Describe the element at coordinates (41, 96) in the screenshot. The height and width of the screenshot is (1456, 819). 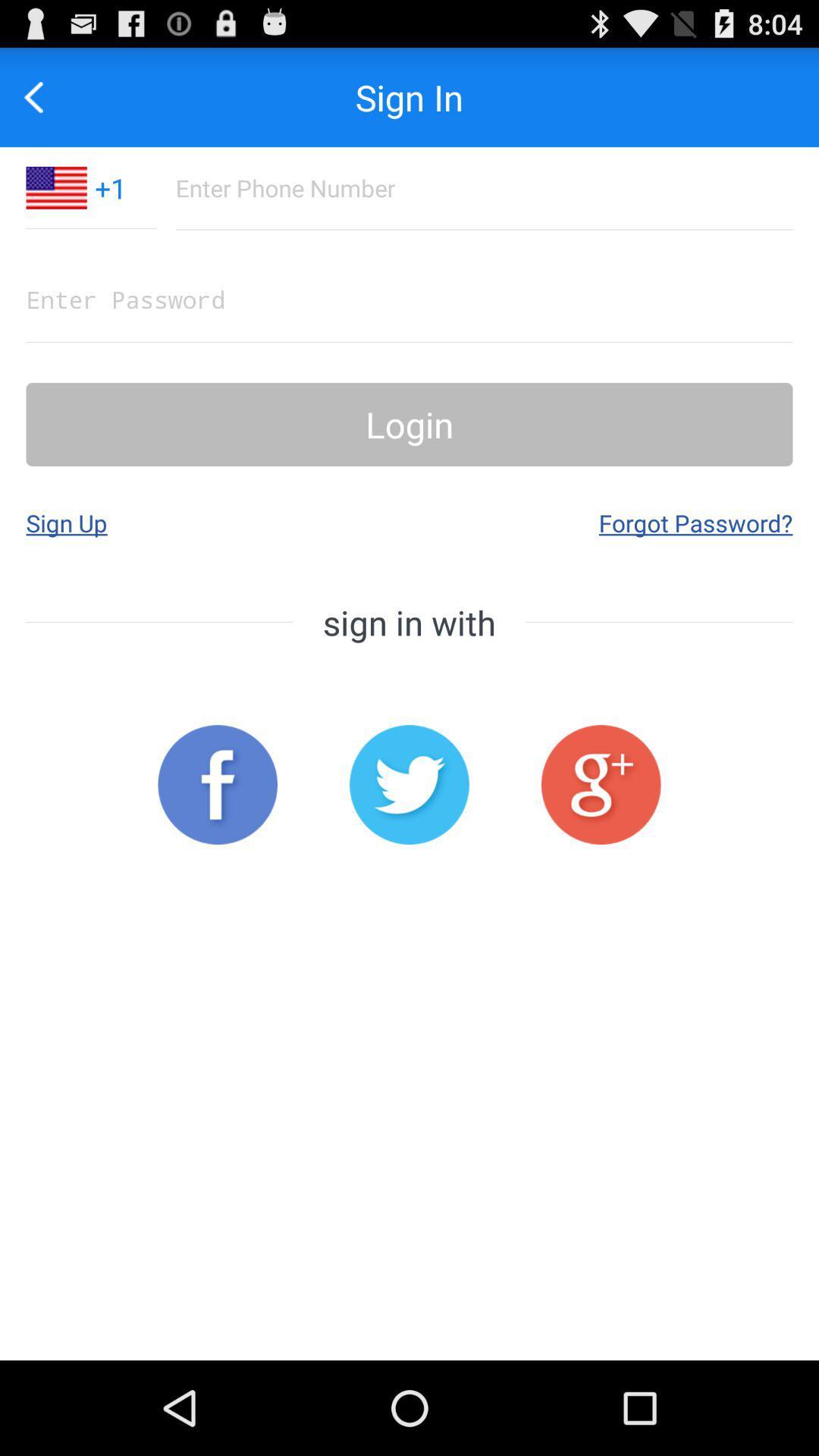
I see `go back` at that location.